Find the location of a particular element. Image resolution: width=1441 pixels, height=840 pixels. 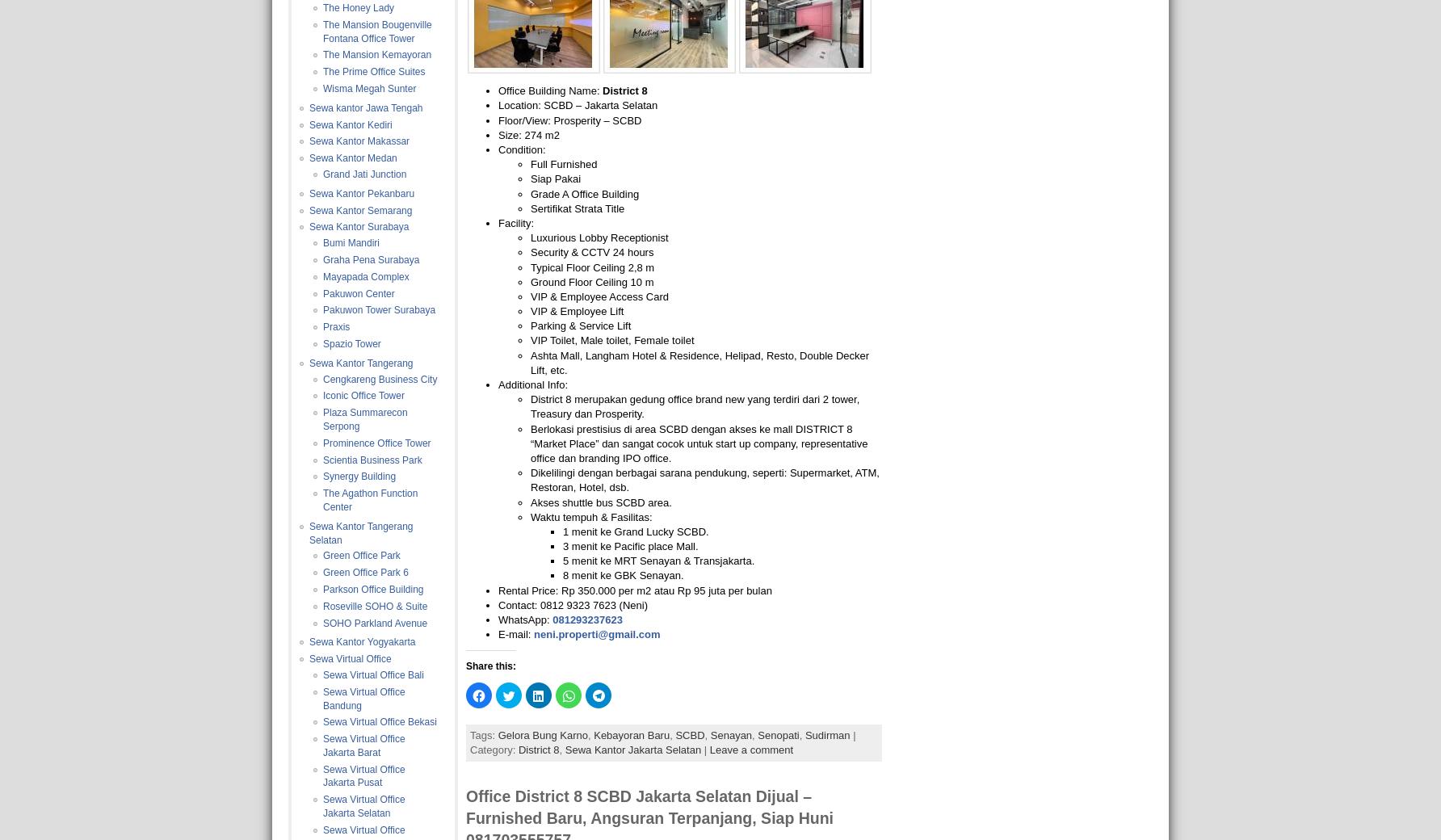

'Ground Floor Ceiling 10 m' is located at coordinates (592, 280).